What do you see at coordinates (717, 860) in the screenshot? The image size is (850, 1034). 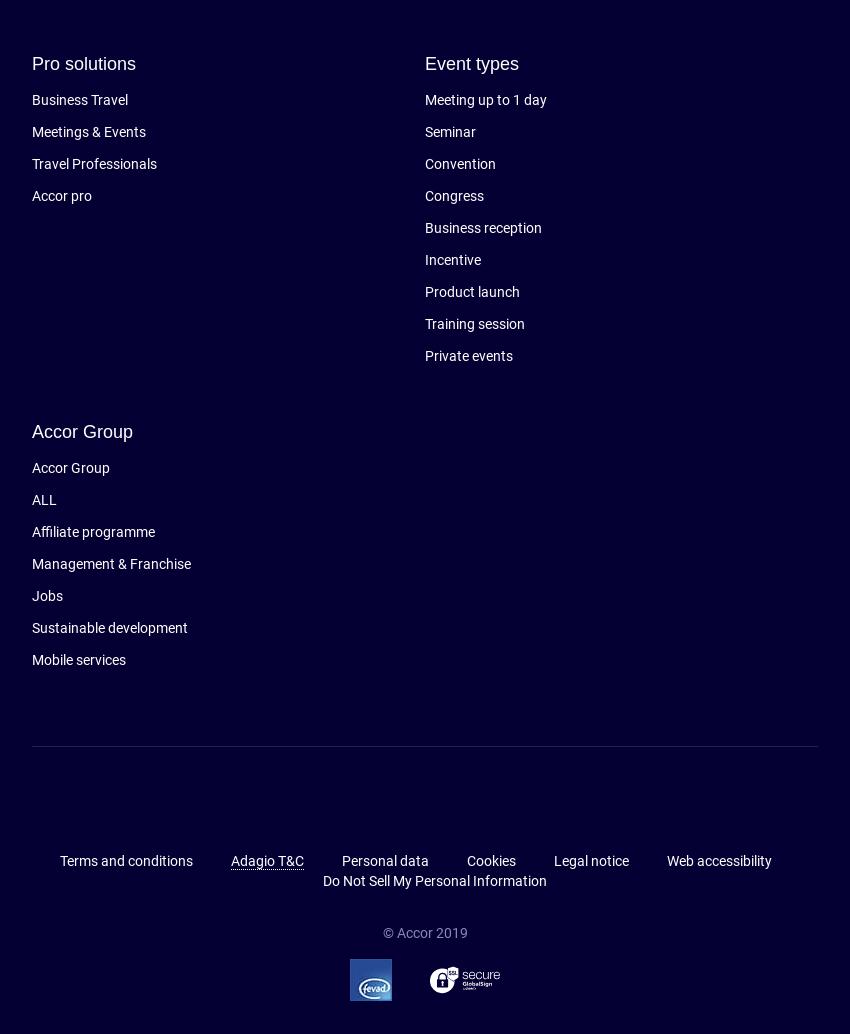 I see `'Web accessibility'` at bounding box center [717, 860].